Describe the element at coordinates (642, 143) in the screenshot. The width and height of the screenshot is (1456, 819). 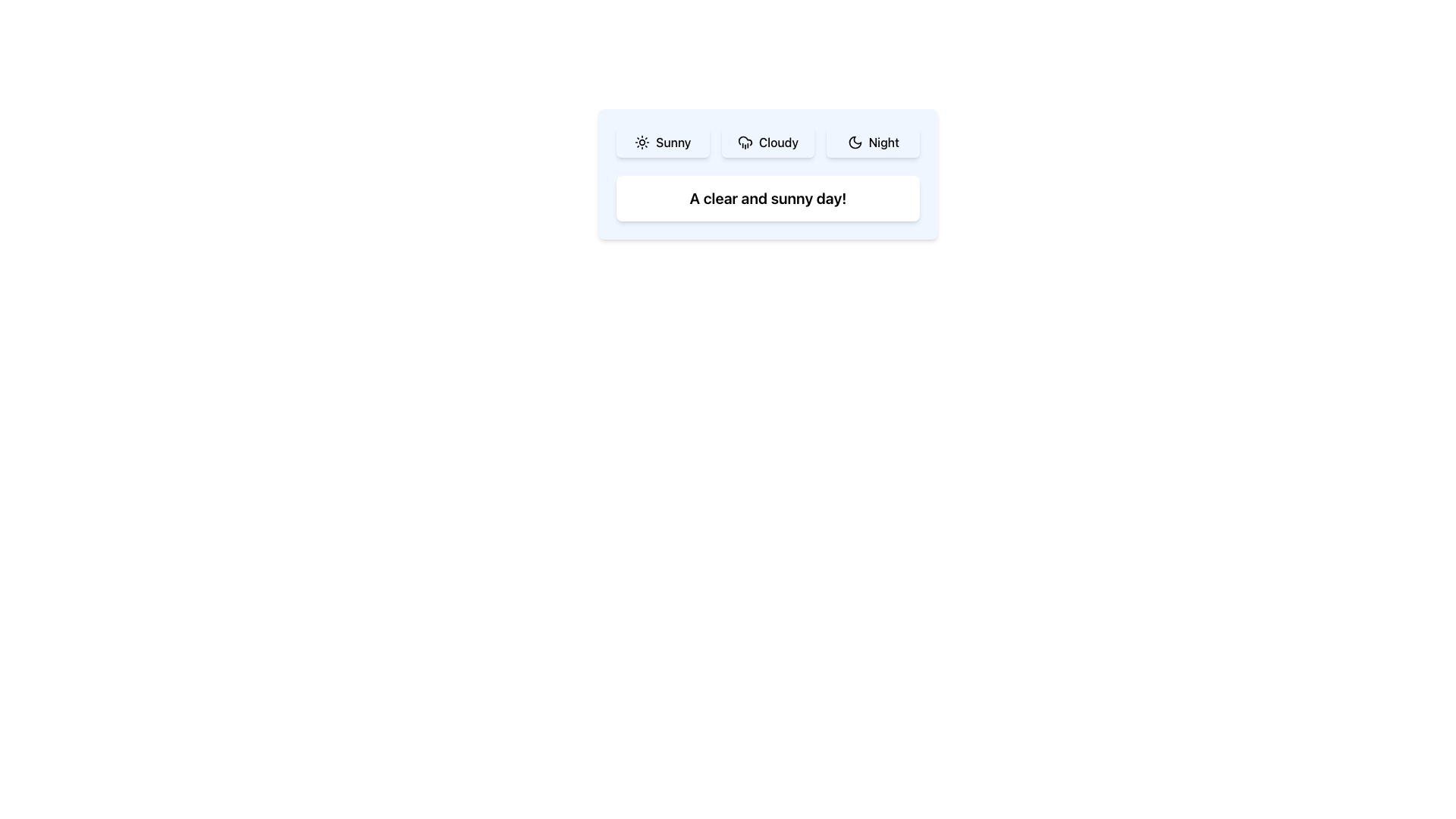
I see `the 'Sunny' icon, which is located inside the first button of a horizontal list representing weather conditions in a weather-related application` at that location.